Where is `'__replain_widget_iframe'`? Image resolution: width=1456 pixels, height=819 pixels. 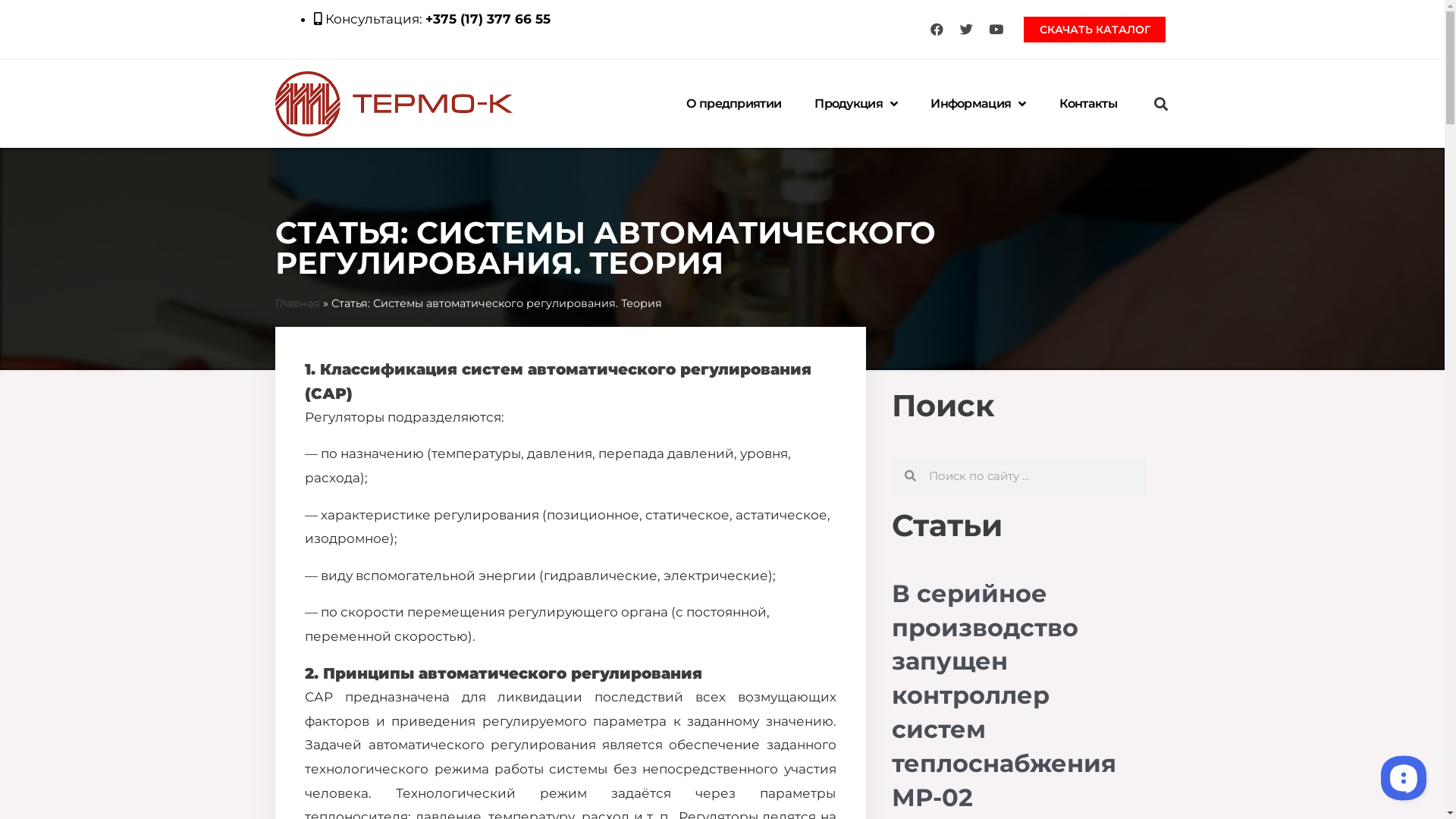 '__replain_widget_iframe' is located at coordinates (1376, 777).